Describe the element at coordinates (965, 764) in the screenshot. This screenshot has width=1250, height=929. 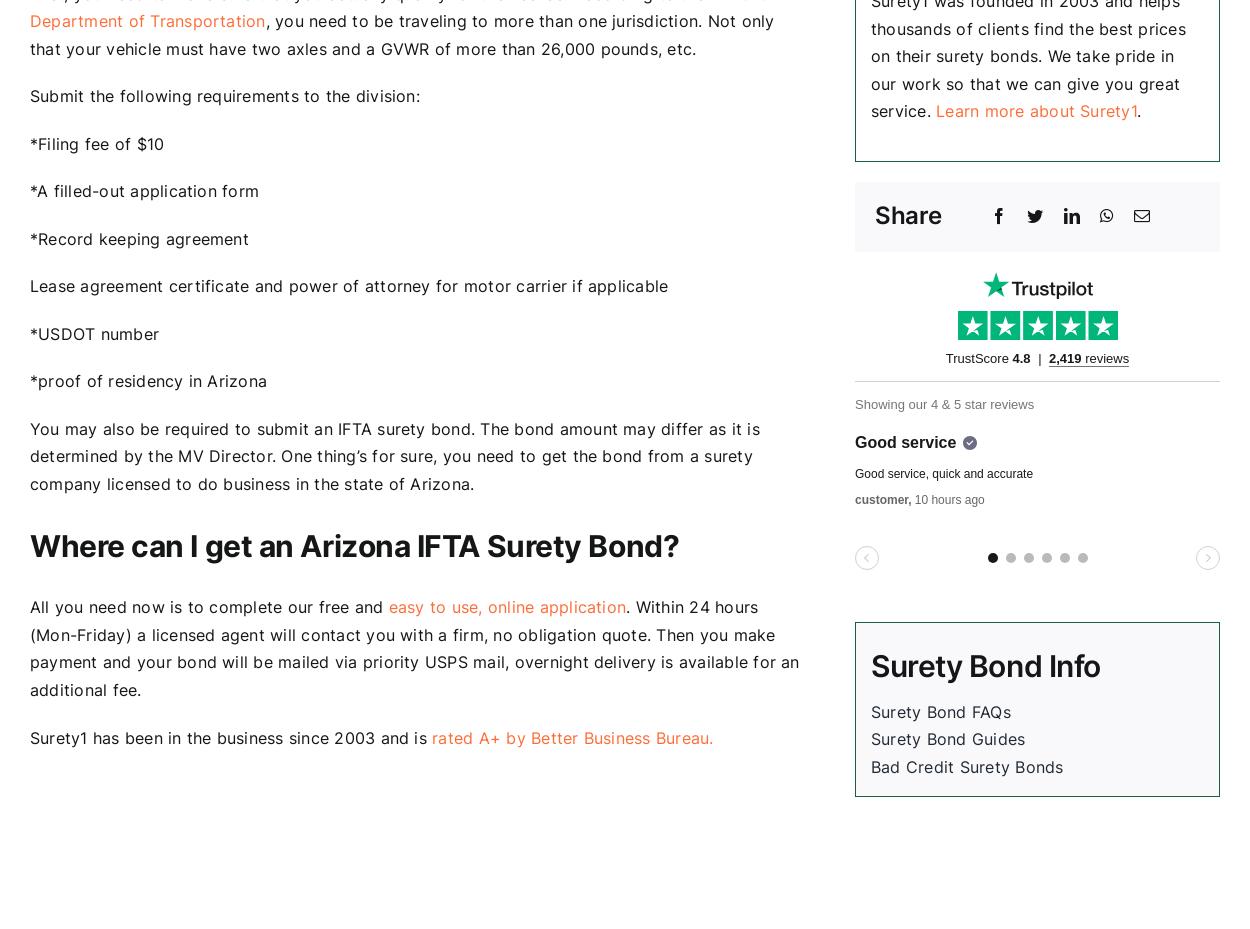
I see `'Bad Credit Surety Bonds'` at that location.